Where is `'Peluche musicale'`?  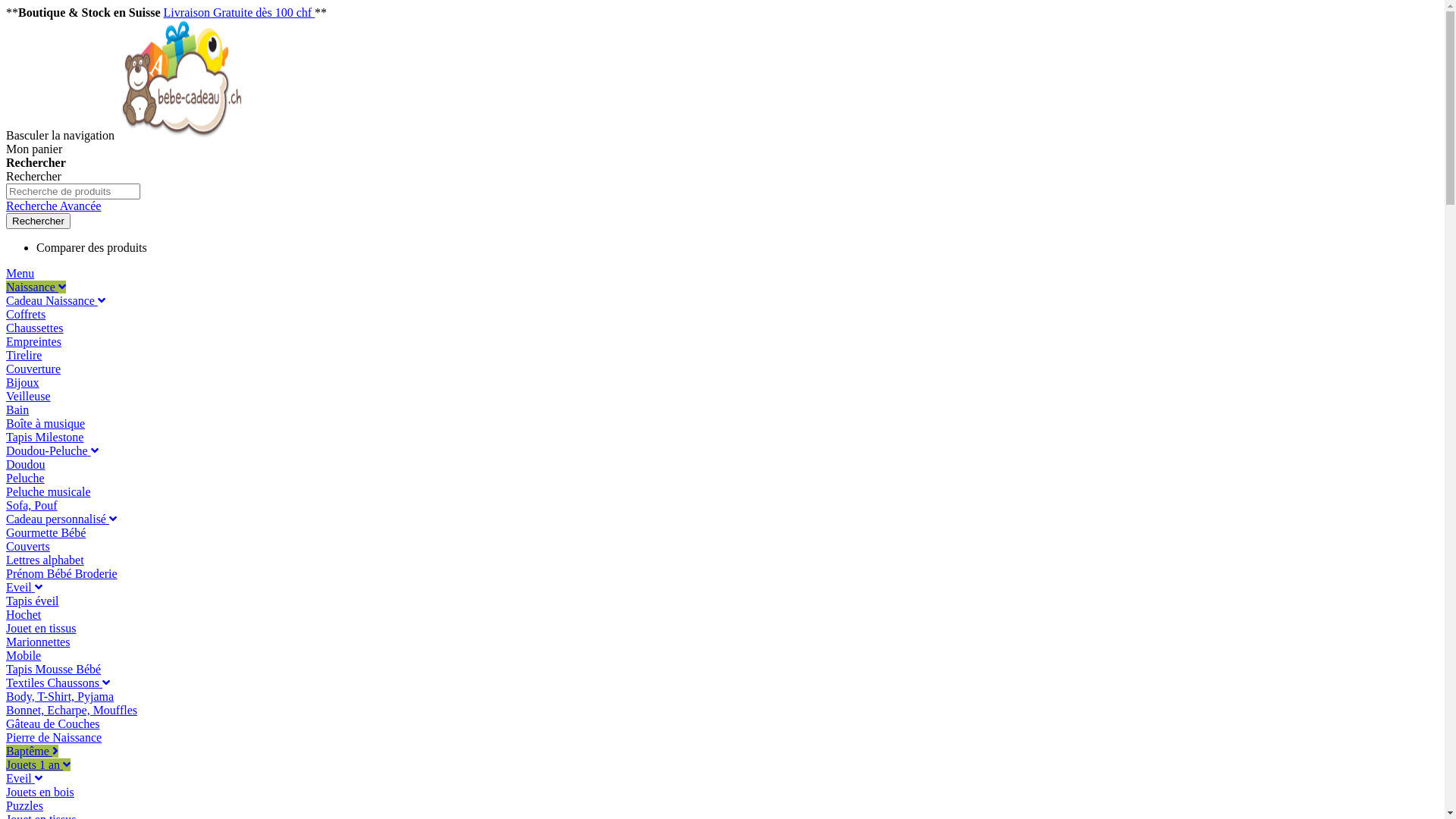
'Peluche musicale' is located at coordinates (48, 491).